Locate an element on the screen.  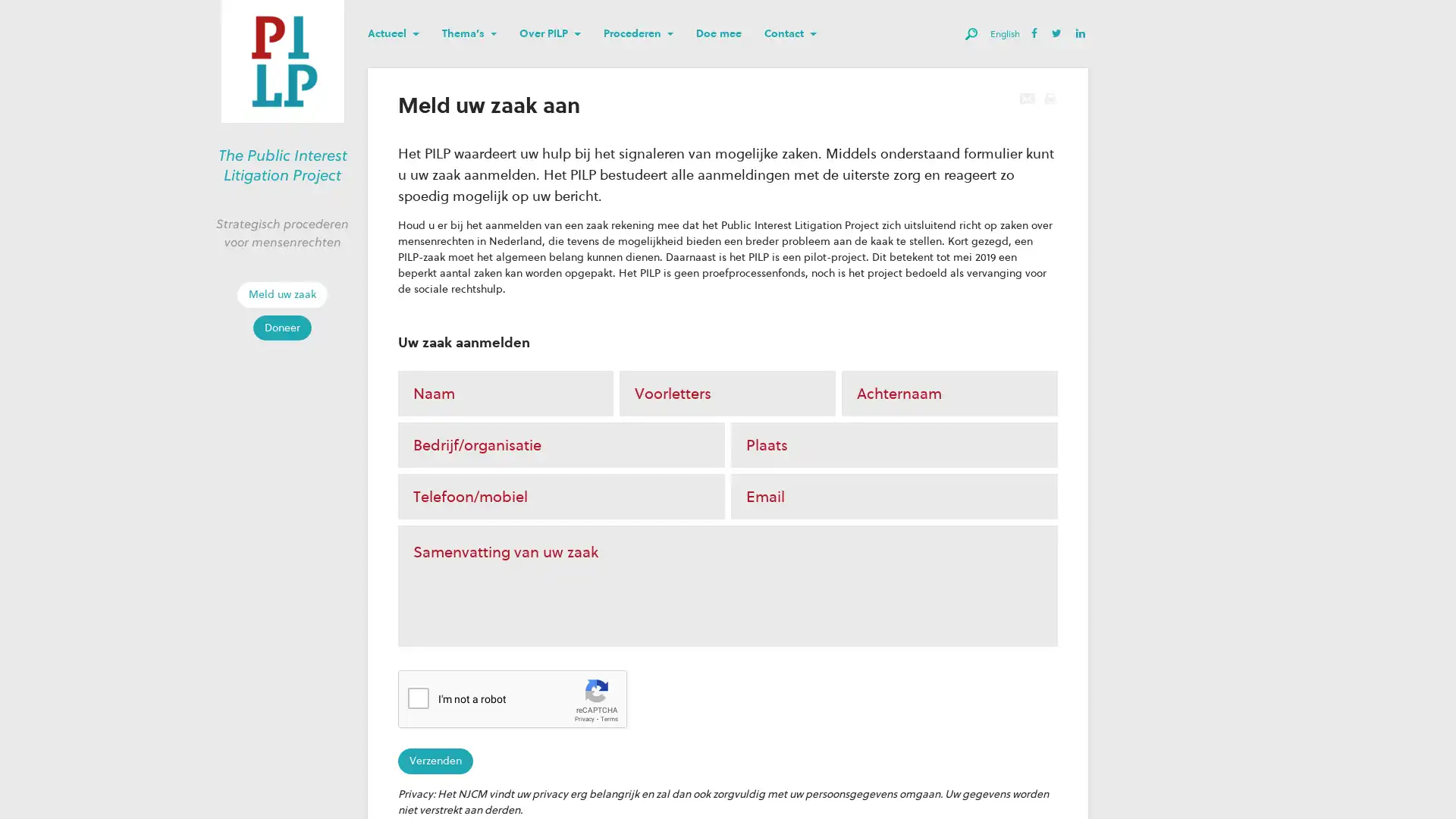
Verzenden is located at coordinates (435, 761).